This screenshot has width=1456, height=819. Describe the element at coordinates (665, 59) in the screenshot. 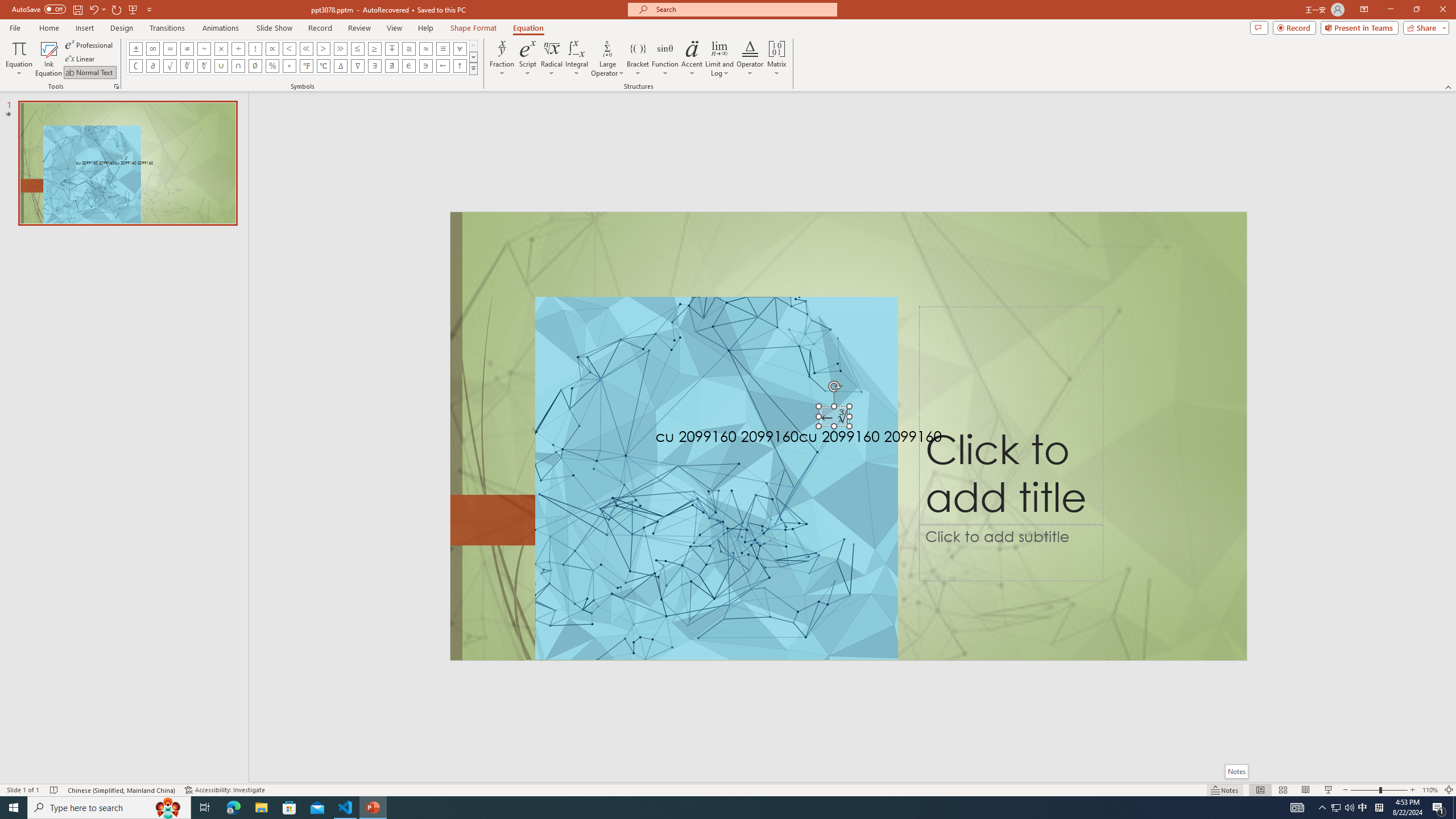

I see `'Function'` at that location.